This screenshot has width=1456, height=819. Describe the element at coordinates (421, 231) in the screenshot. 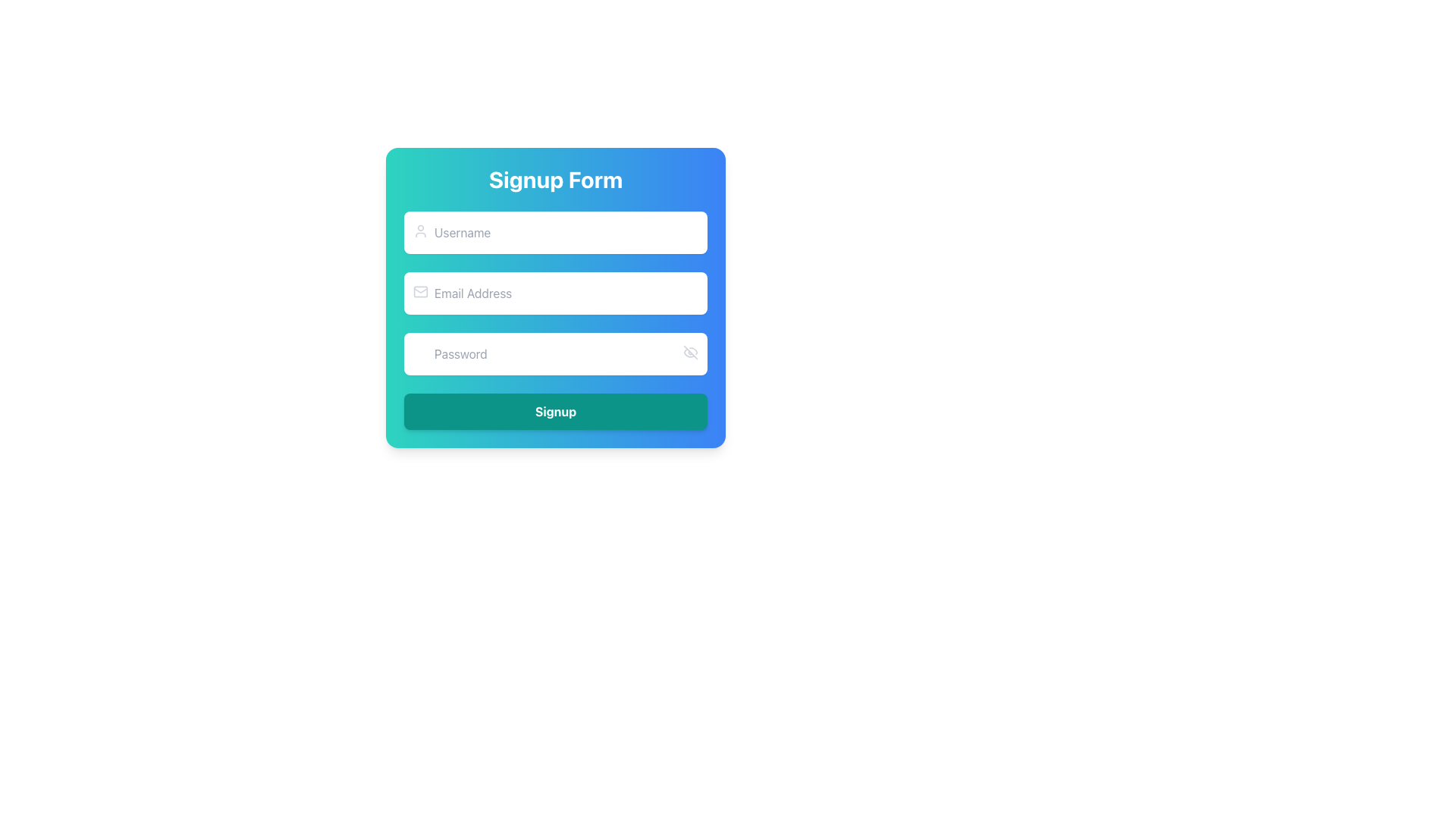

I see `the visual indicator icon for the Username input field, which helps users identify its function` at that location.